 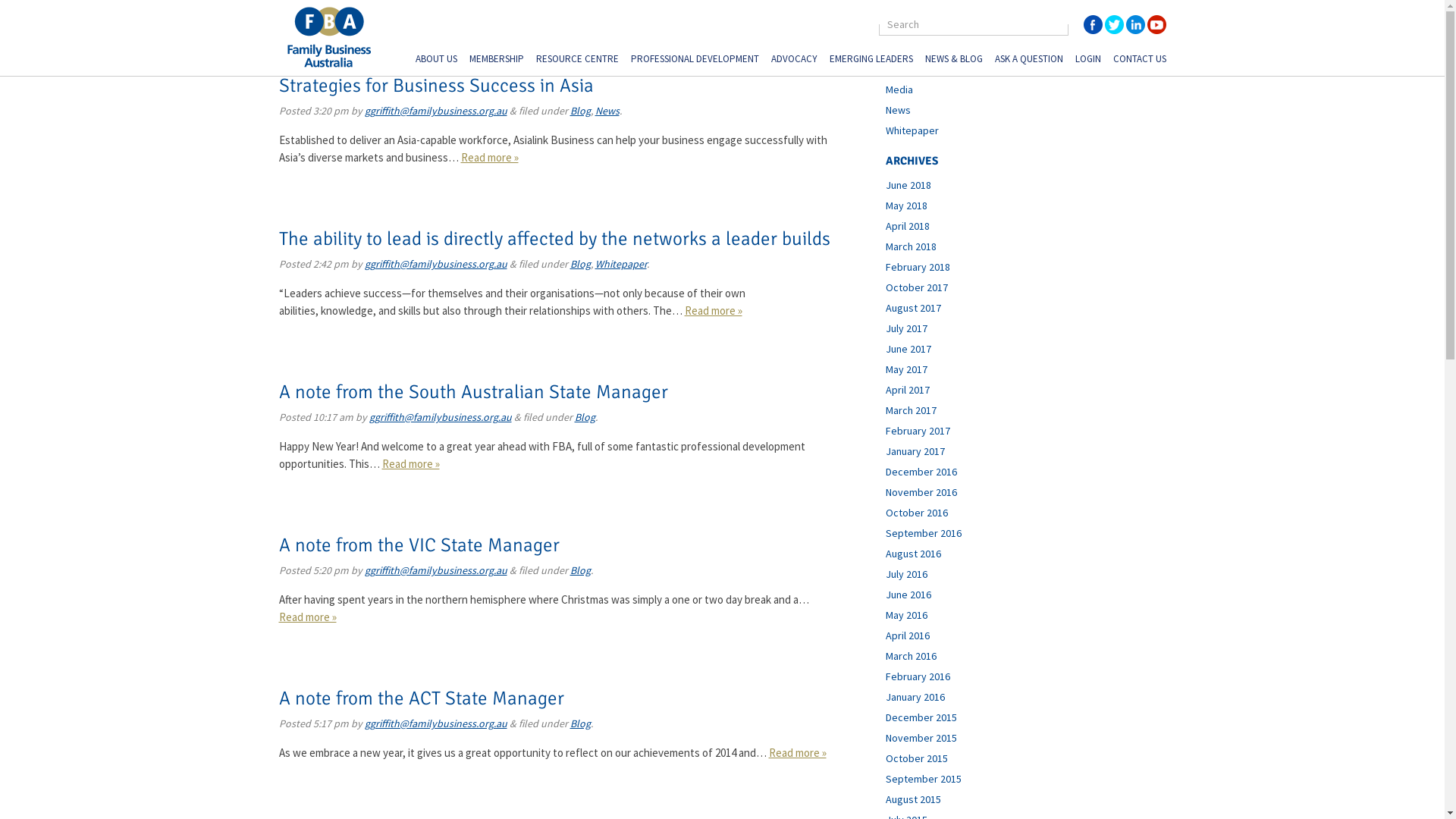 I want to click on 'RESOURCE CENTRE', so click(x=576, y=60).